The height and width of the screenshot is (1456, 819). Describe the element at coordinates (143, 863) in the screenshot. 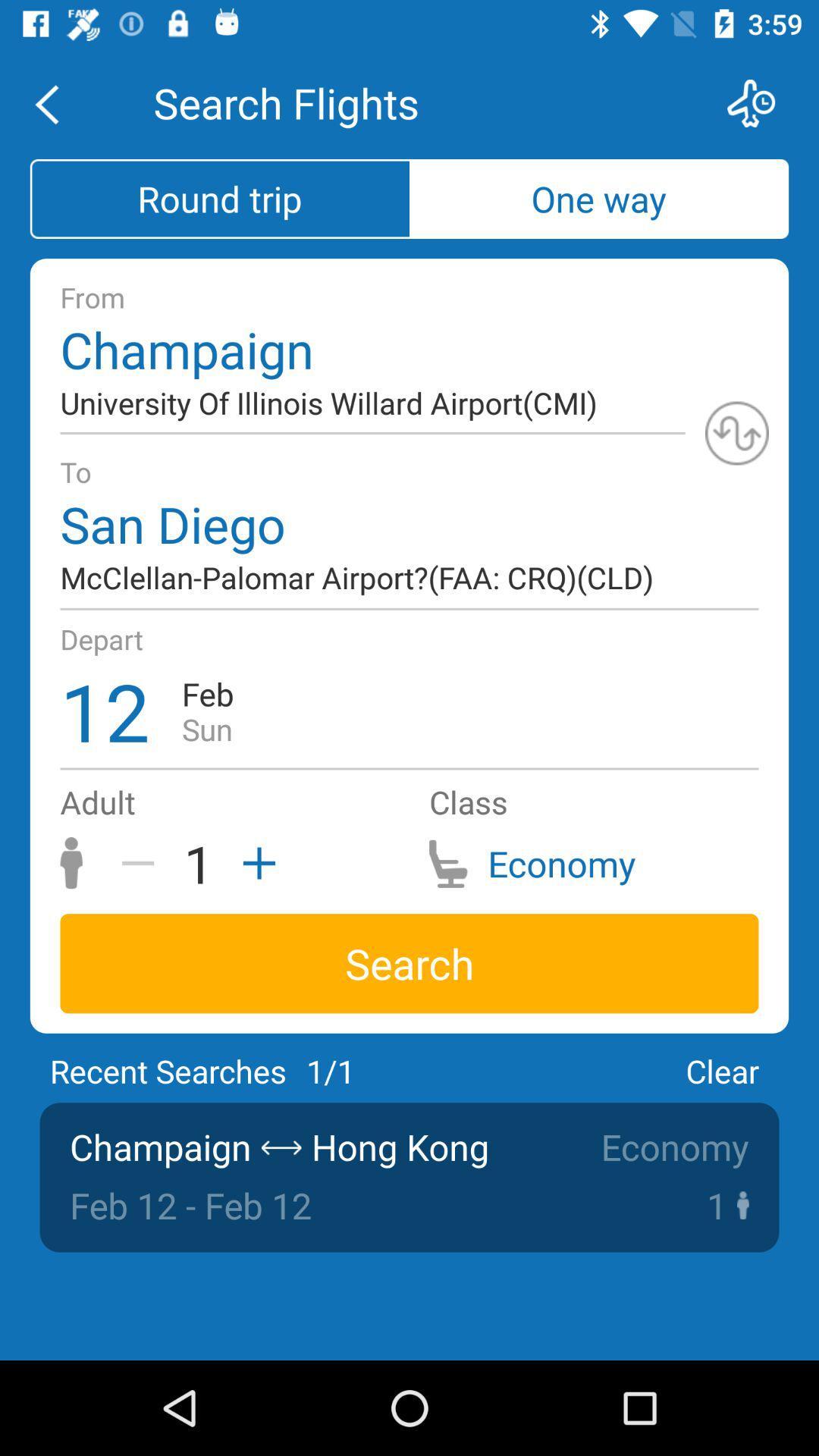

I see `decrease items` at that location.